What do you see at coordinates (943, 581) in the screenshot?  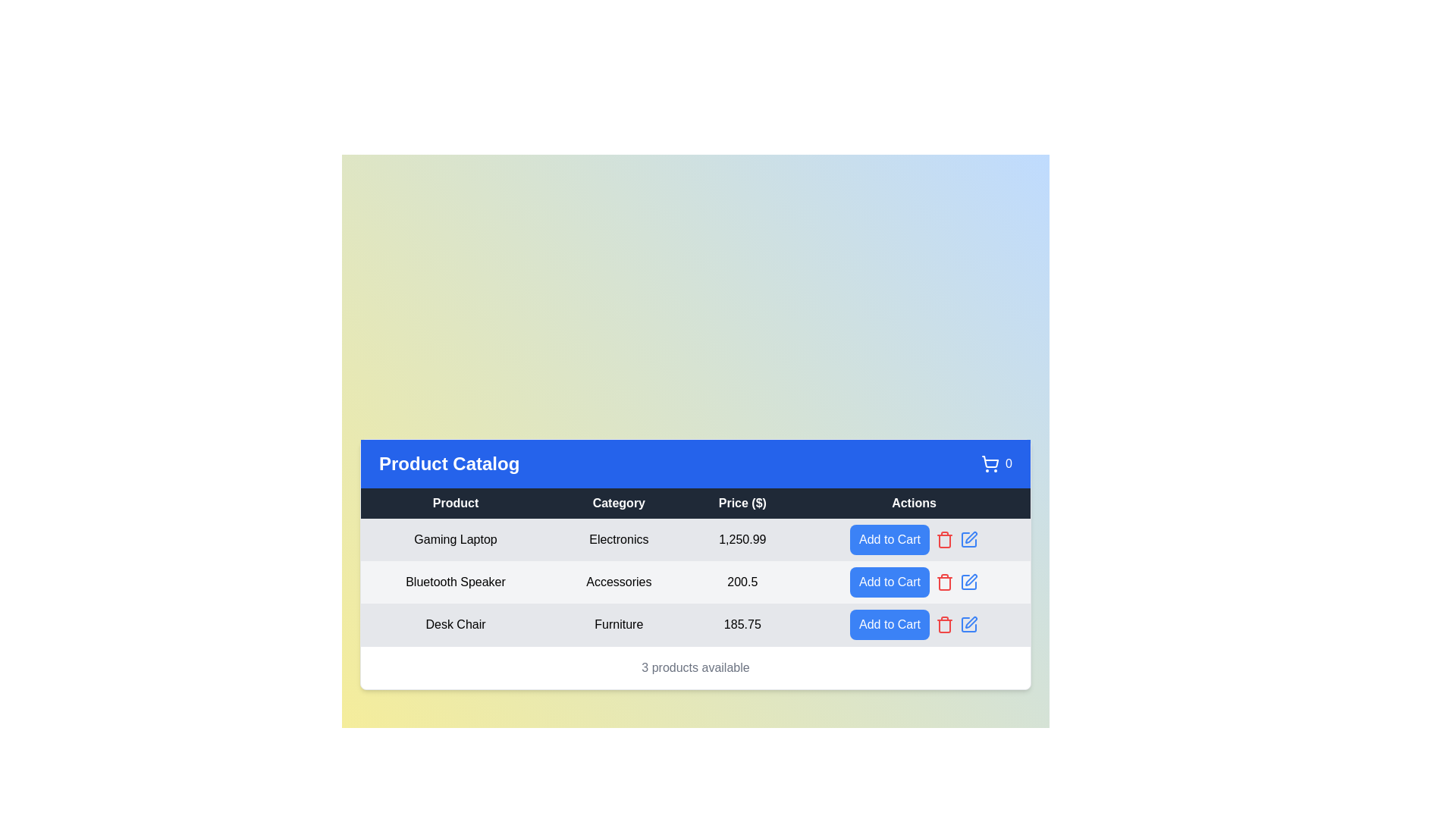 I see `the trash can icon button located in the third row of the Actions column in the product table` at bounding box center [943, 581].